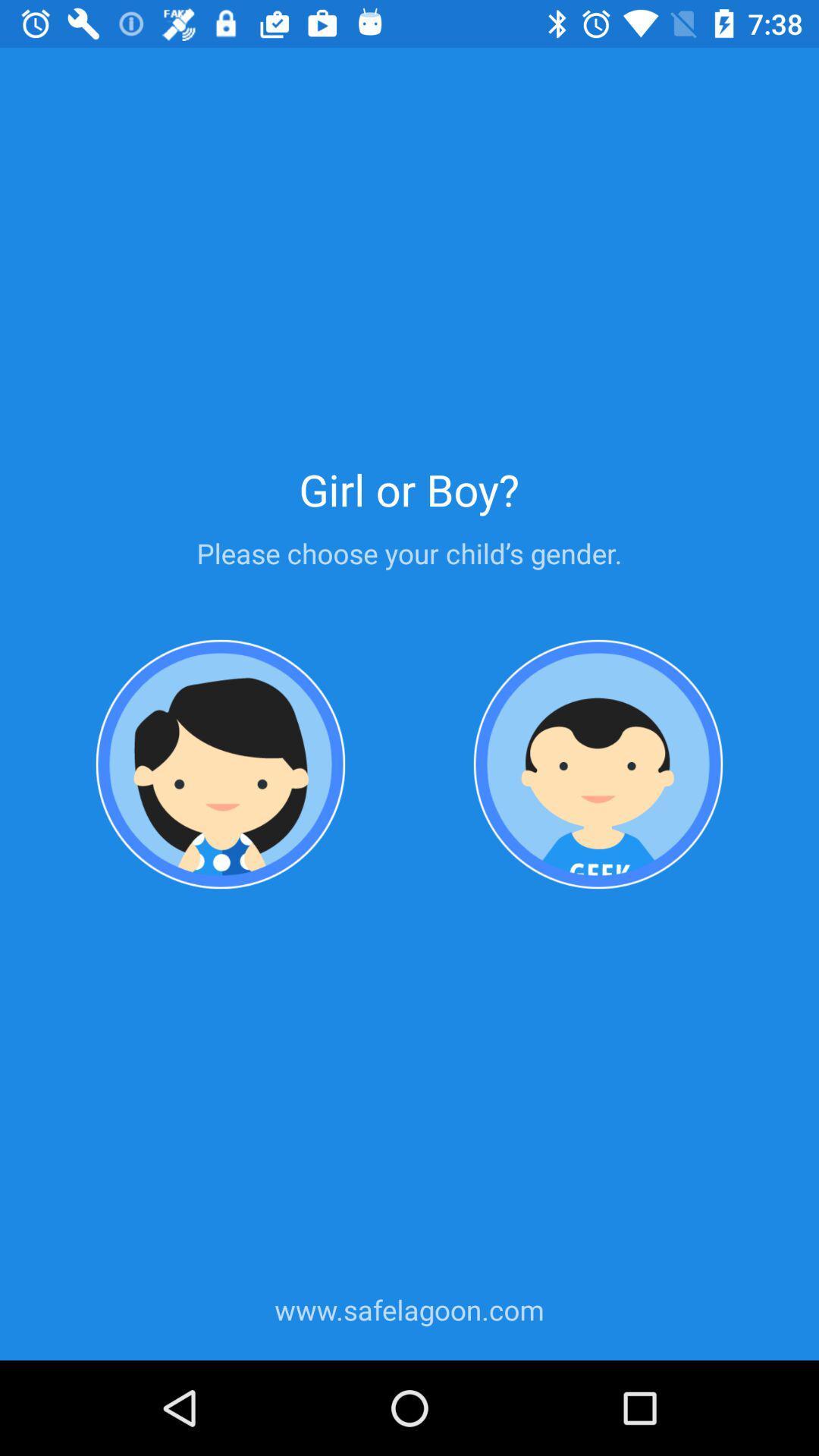 The width and height of the screenshot is (819, 1456). What do you see at coordinates (220, 765) in the screenshot?
I see `choose gender` at bounding box center [220, 765].